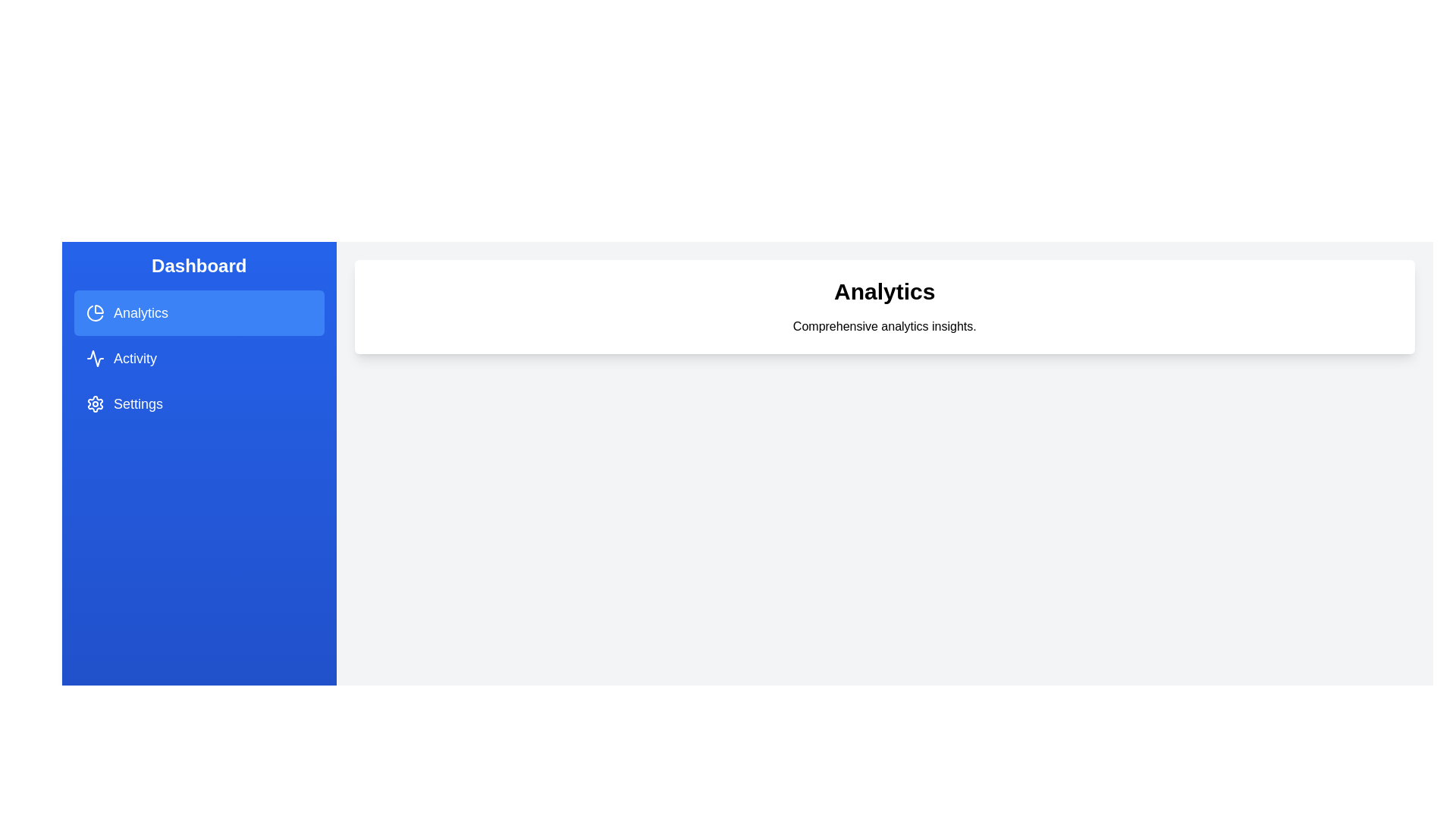 The image size is (1456, 819). I want to click on the 'Settings' icon in the vertical sidebar menu, which is positioned to the left of the text label 'Settings', so click(94, 403).